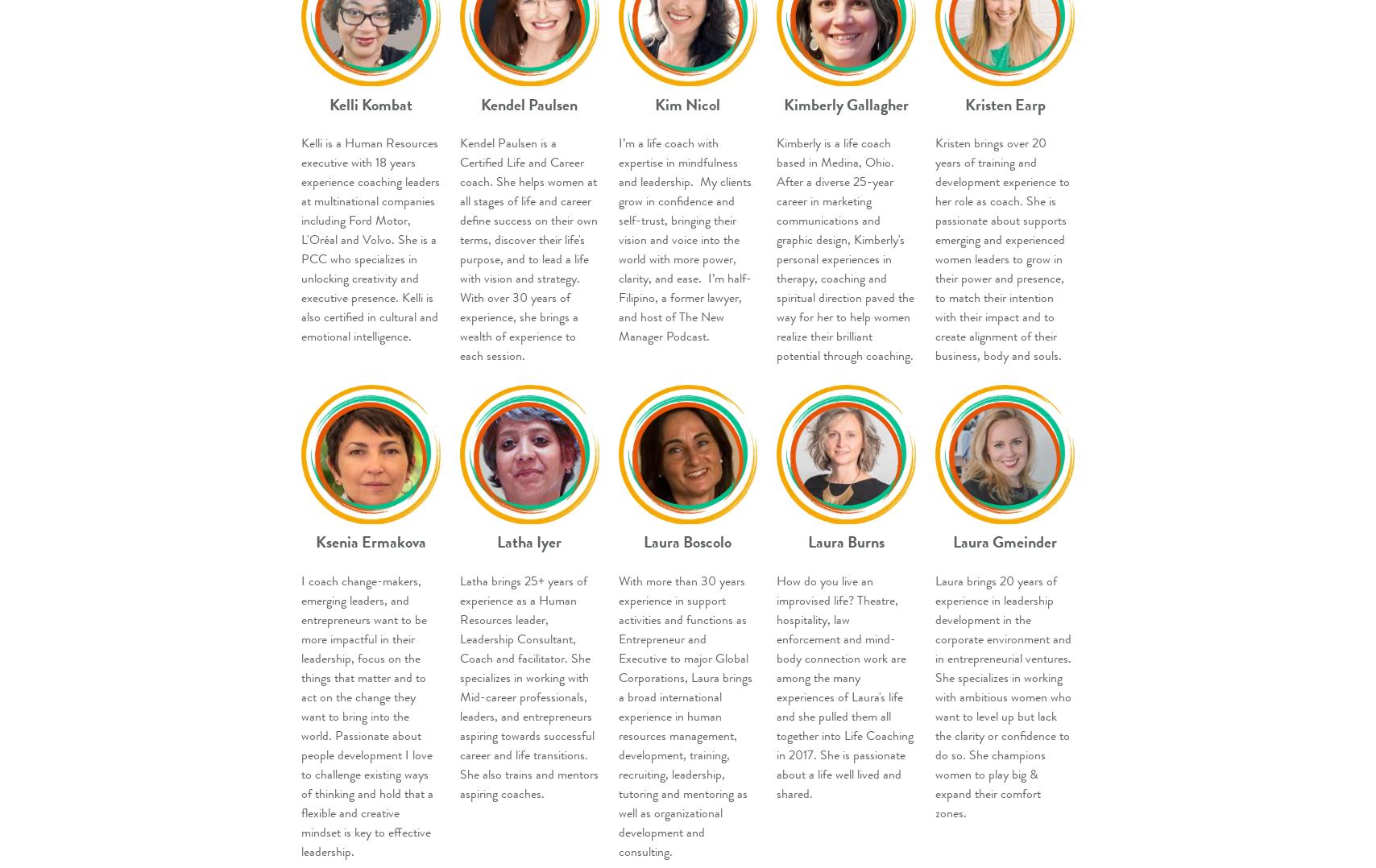 Image resolution: width=1376 pixels, height=868 pixels. What do you see at coordinates (846, 104) in the screenshot?
I see `'Kimberly Gallagher'` at bounding box center [846, 104].